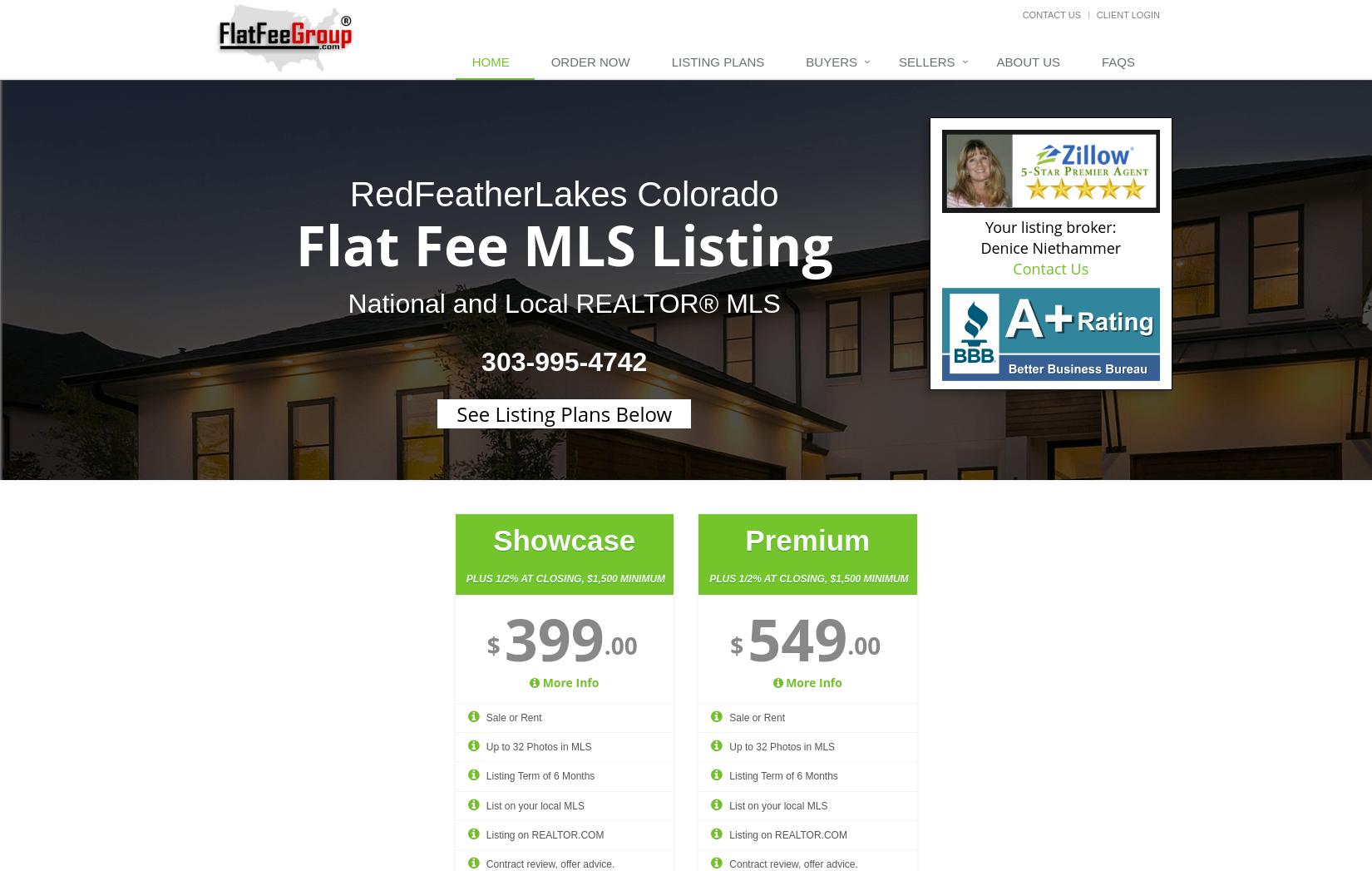 This screenshot has width=1372, height=871. What do you see at coordinates (1049, 246) in the screenshot?
I see `'Denice Niethammer'` at bounding box center [1049, 246].